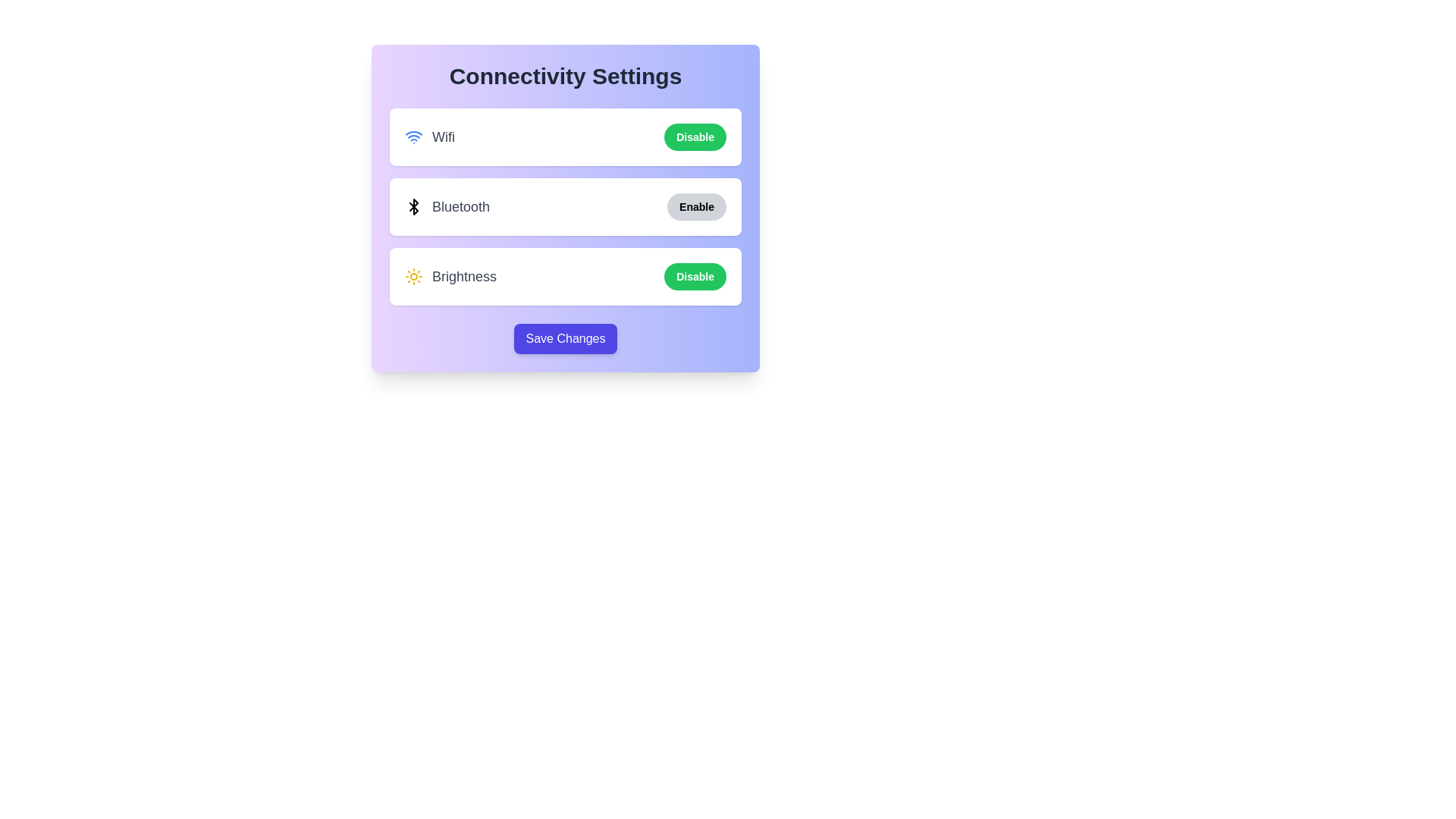 This screenshot has height=819, width=1456. What do you see at coordinates (564, 338) in the screenshot?
I see `the 'Save Changes' button to save the current settings` at bounding box center [564, 338].